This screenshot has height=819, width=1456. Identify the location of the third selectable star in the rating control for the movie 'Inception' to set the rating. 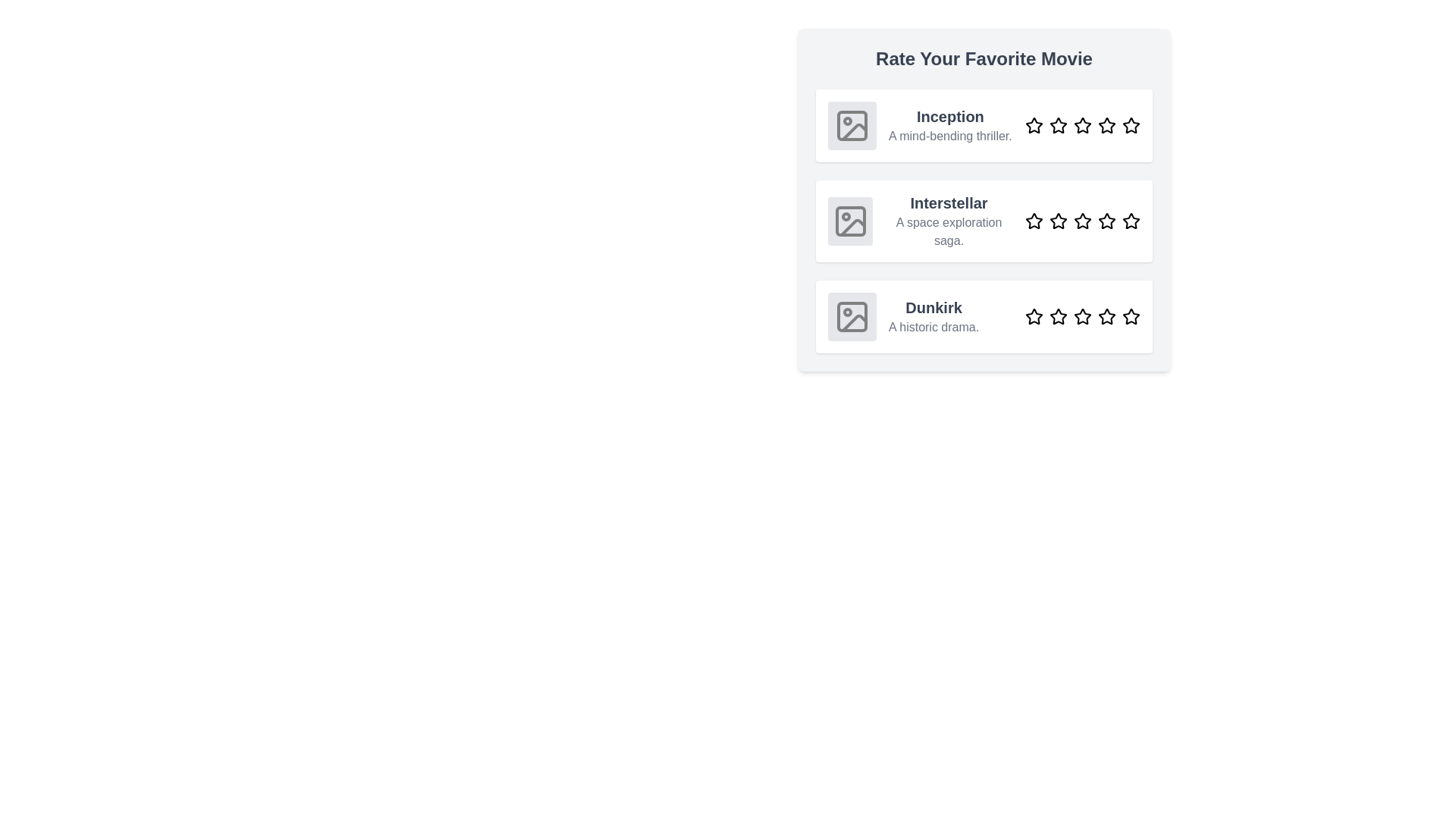
(1082, 124).